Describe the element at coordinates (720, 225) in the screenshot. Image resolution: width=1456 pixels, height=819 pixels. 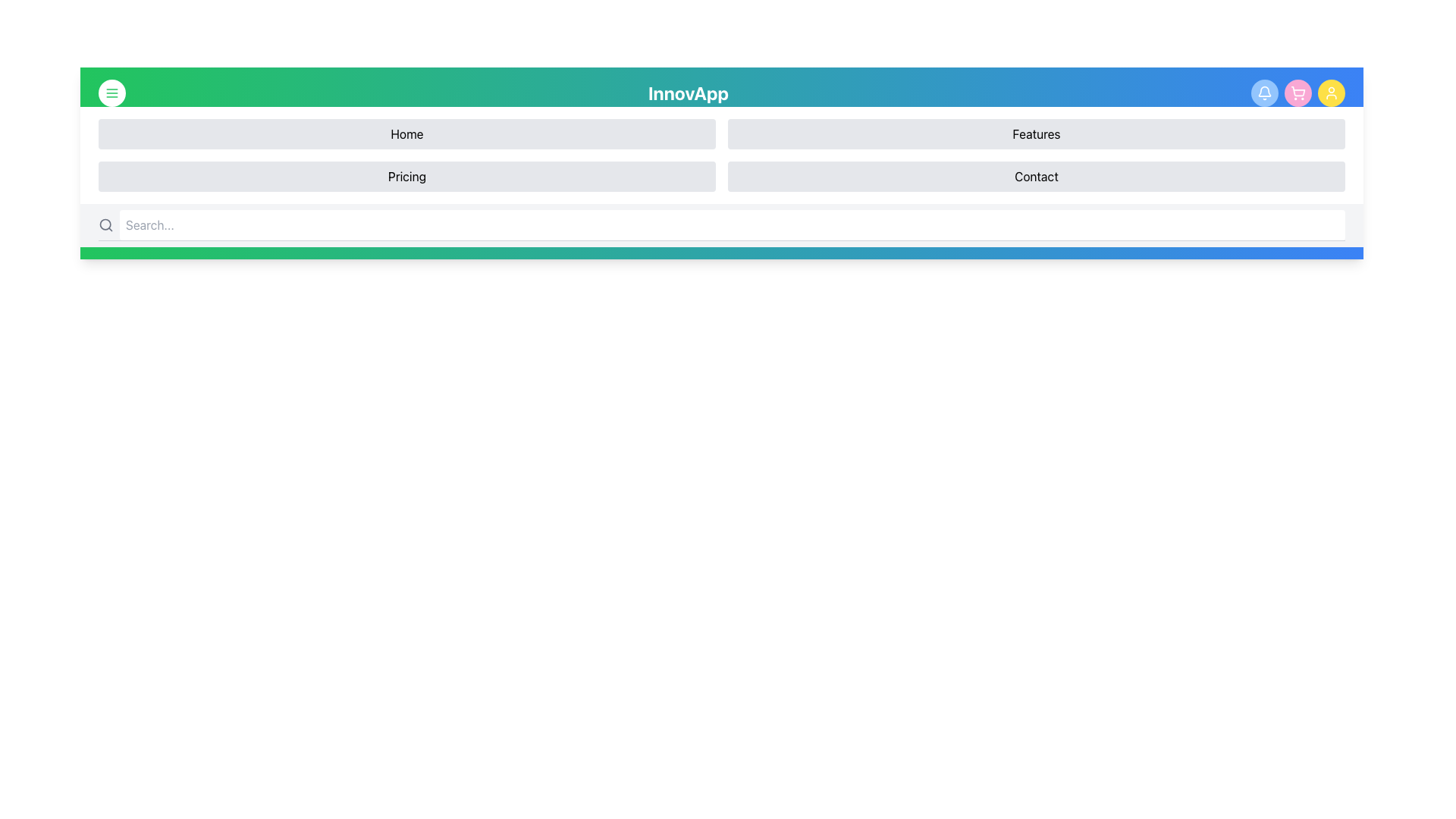
I see `the search input field located` at that location.